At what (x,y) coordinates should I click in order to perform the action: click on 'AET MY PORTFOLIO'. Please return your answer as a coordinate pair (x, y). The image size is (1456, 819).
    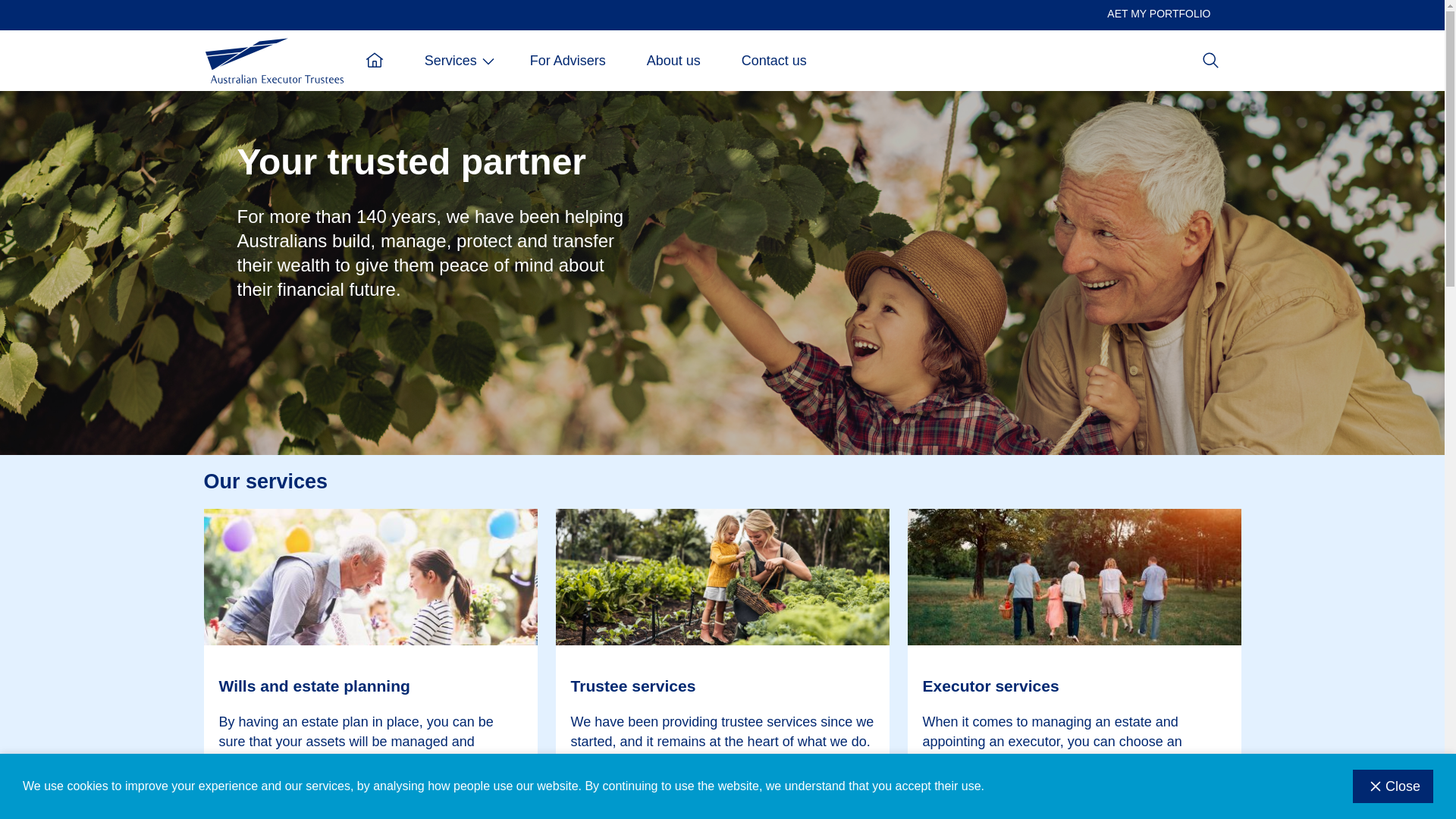
    Looking at the image, I should click on (1095, 14).